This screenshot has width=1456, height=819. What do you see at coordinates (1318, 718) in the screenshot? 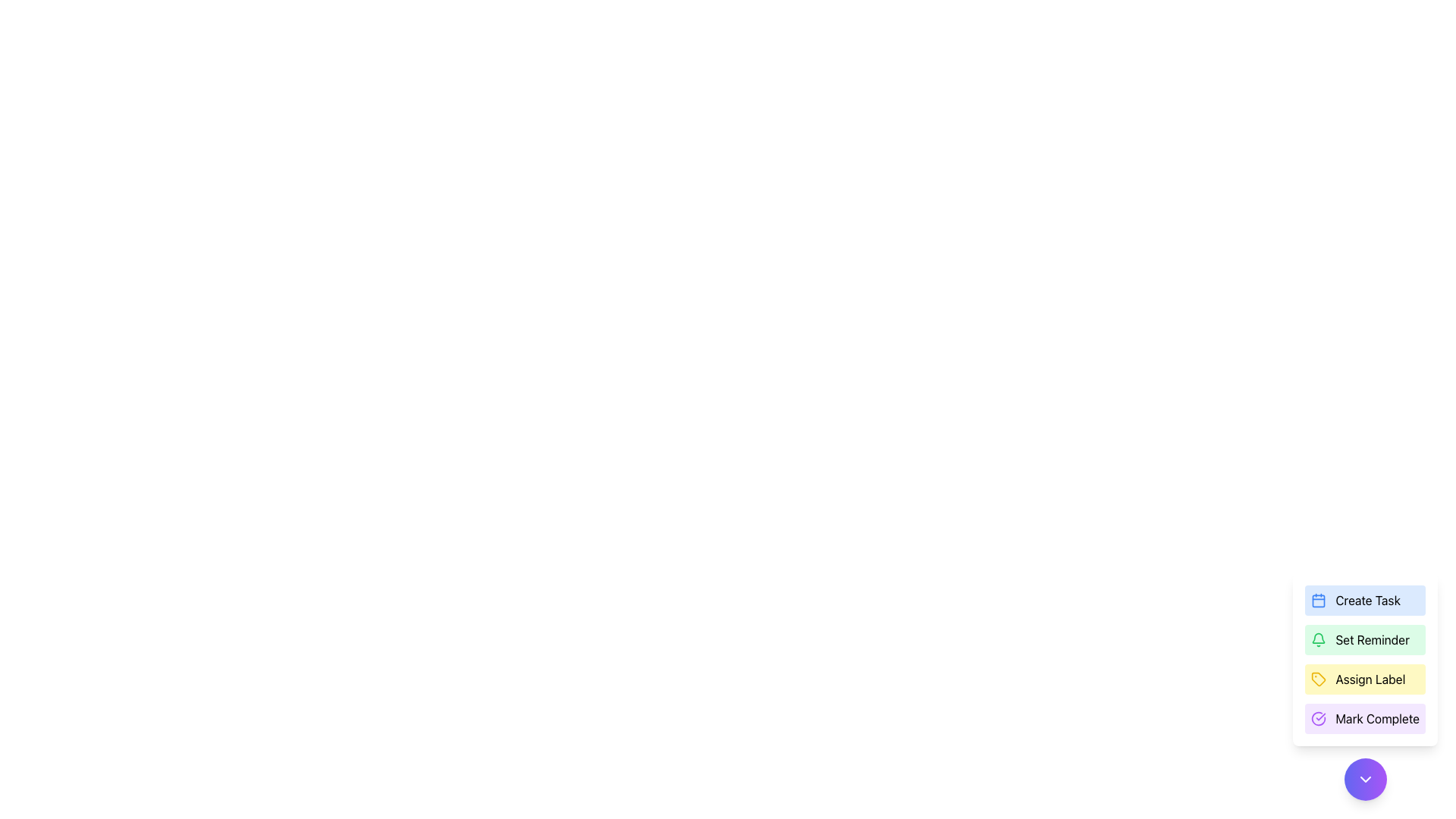
I see `the circular purple icon with a checkmark inside, which is the first element of the 'Mark Complete' menu item` at bounding box center [1318, 718].